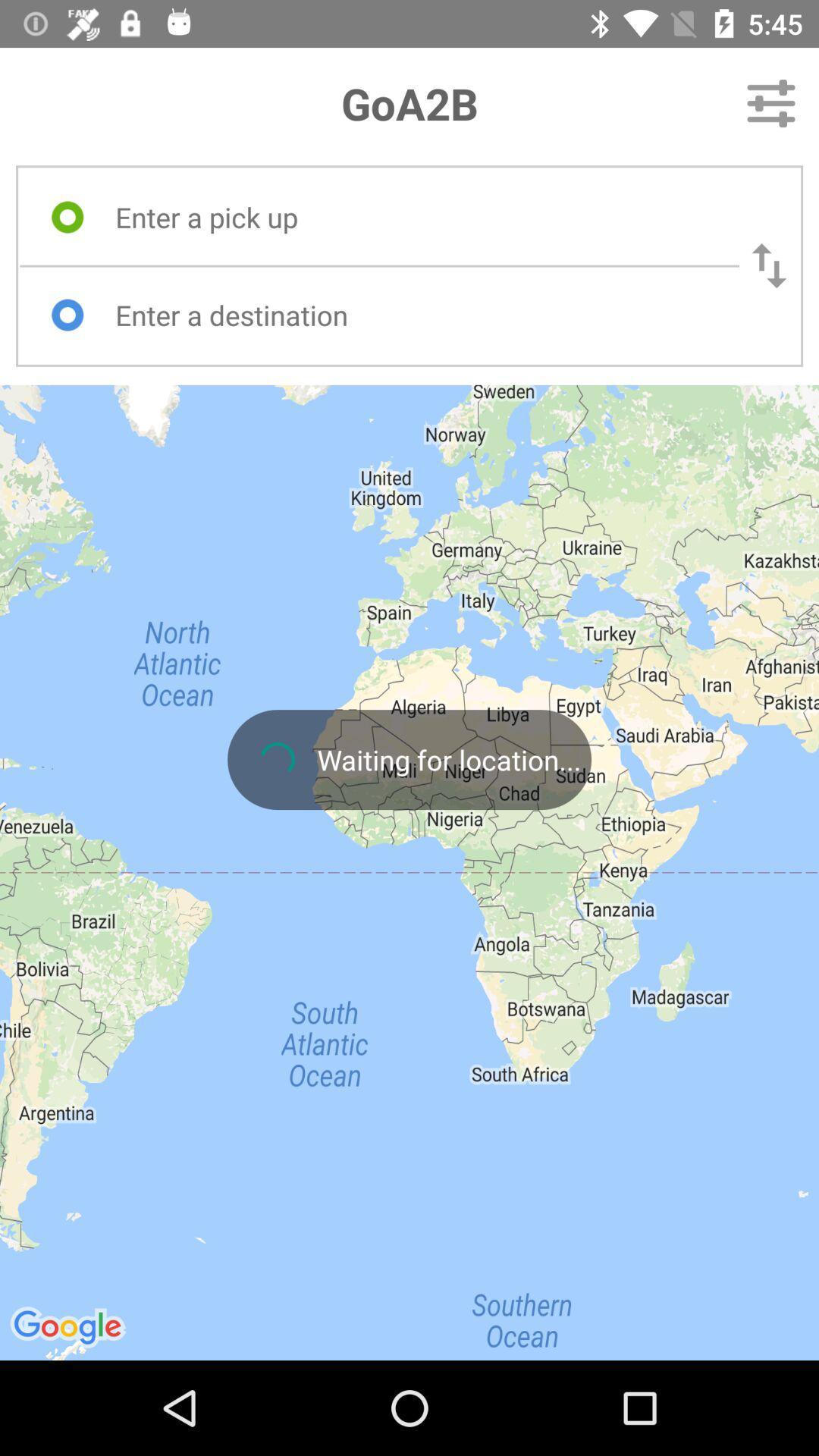  What do you see at coordinates (413, 314) in the screenshot?
I see `destination box` at bounding box center [413, 314].